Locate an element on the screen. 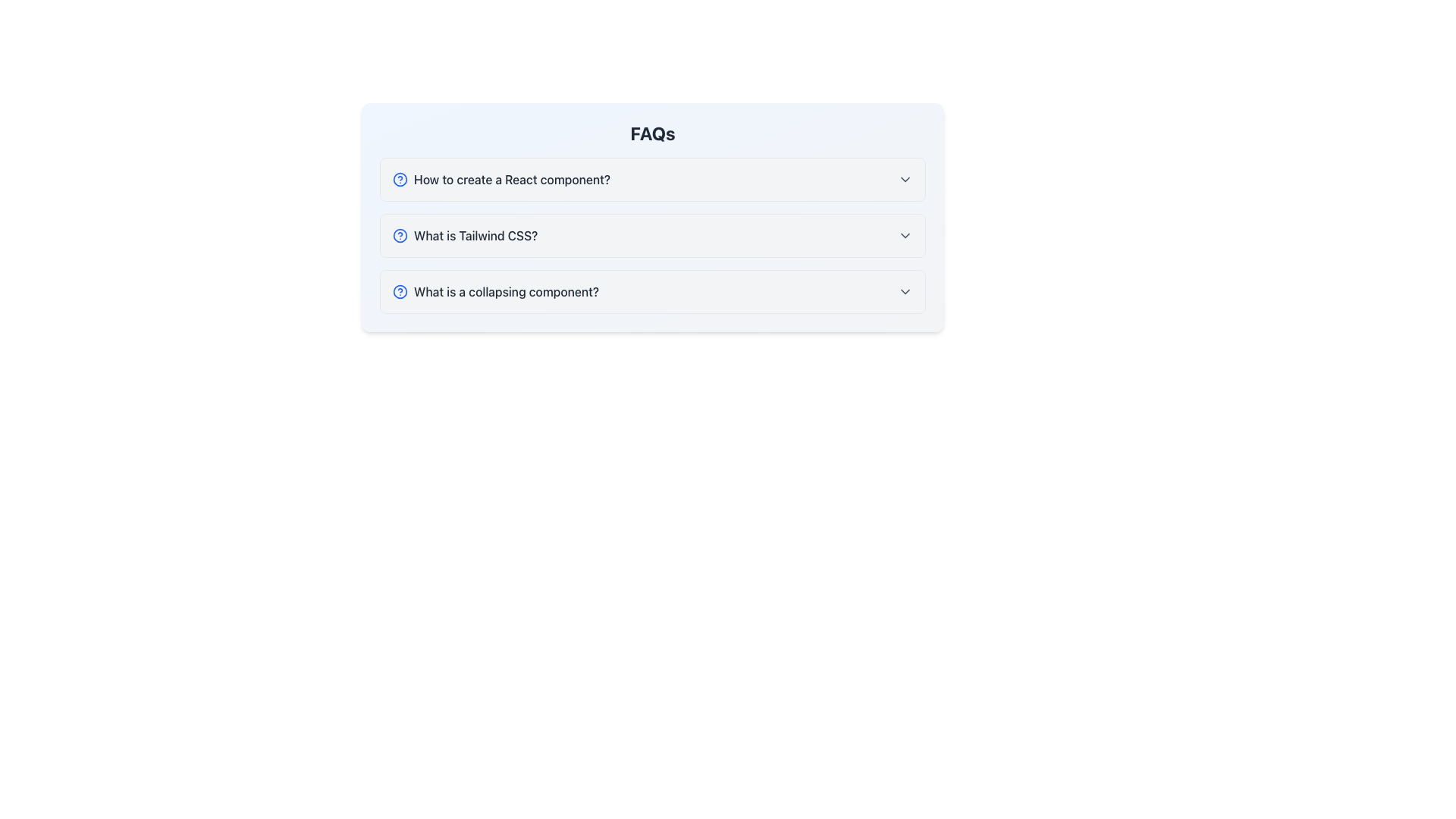 The height and width of the screenshot is (819, 1456). the Circular SVG element, which is styled in blue and positioned near the question text 'What is Tailwind CSS?' is located at coordinates (400, 236).